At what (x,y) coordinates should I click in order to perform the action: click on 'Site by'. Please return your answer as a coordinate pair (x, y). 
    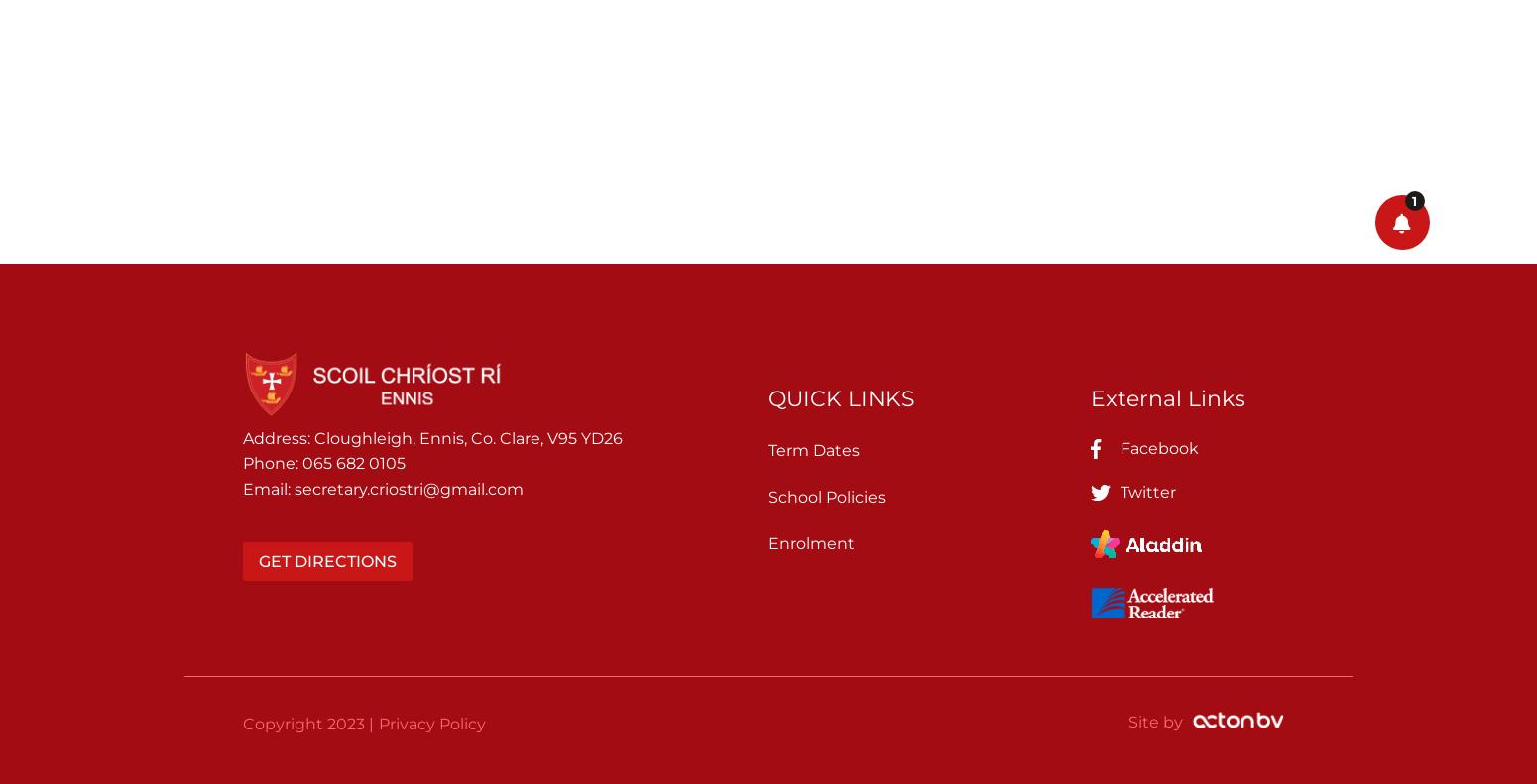
    Looking at the image, I should click on (1155, 720).